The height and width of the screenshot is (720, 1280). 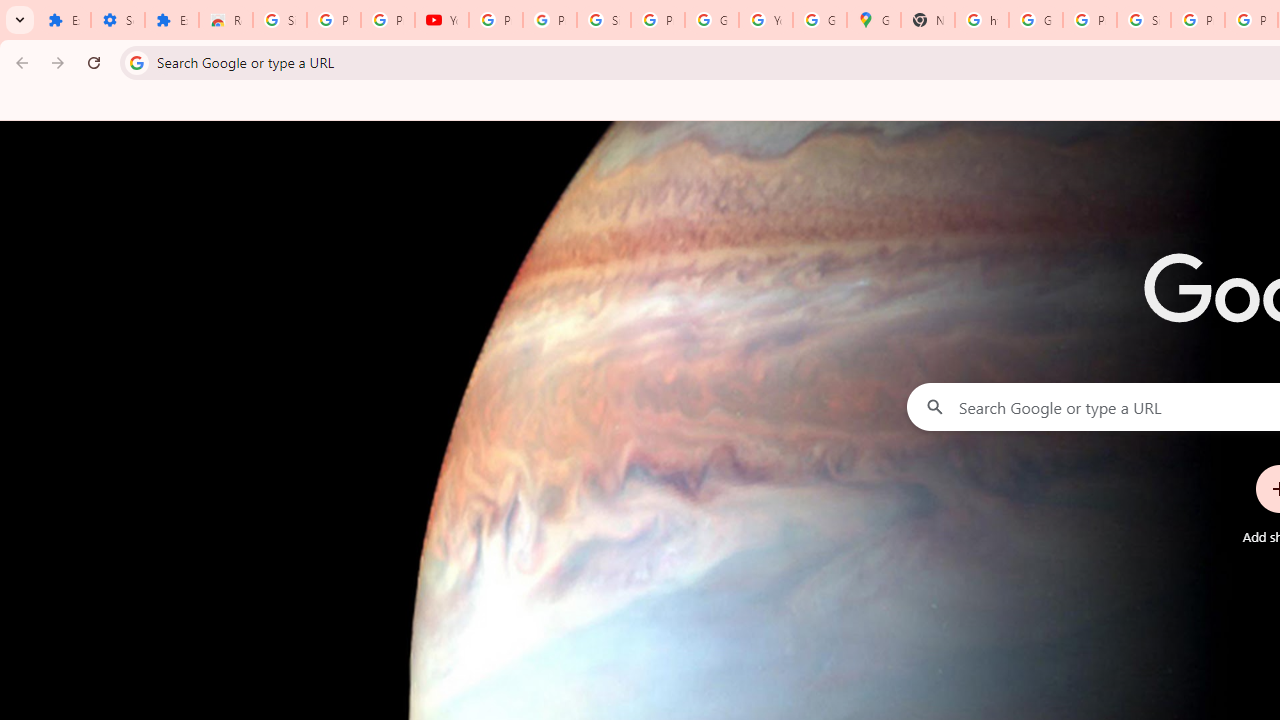 I want to click on 'https://scholar.google.com/', so click(x=981, y=20).